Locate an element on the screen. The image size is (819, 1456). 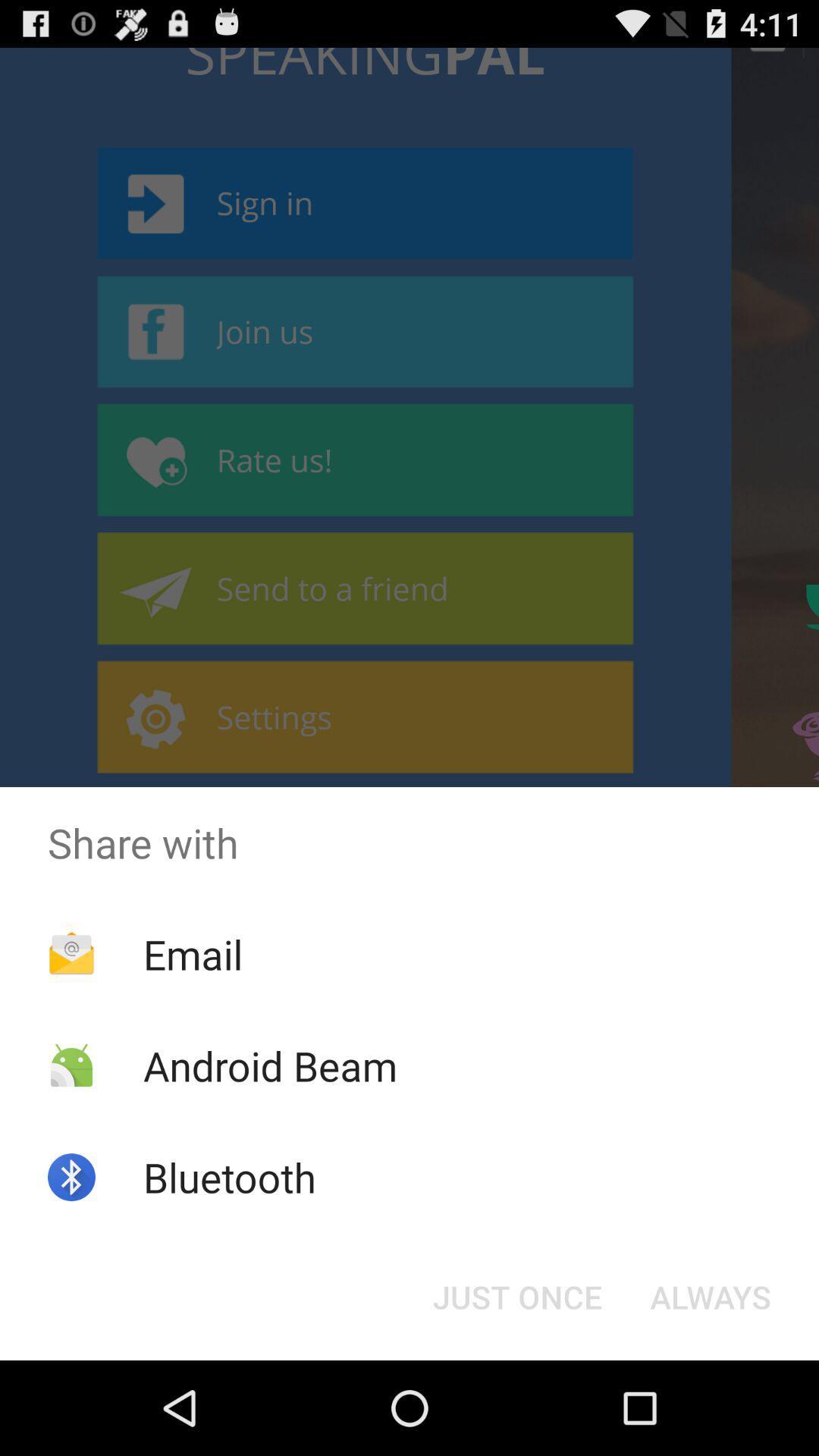
the item at the bottom right corner is located at coordinates (711, 1295).